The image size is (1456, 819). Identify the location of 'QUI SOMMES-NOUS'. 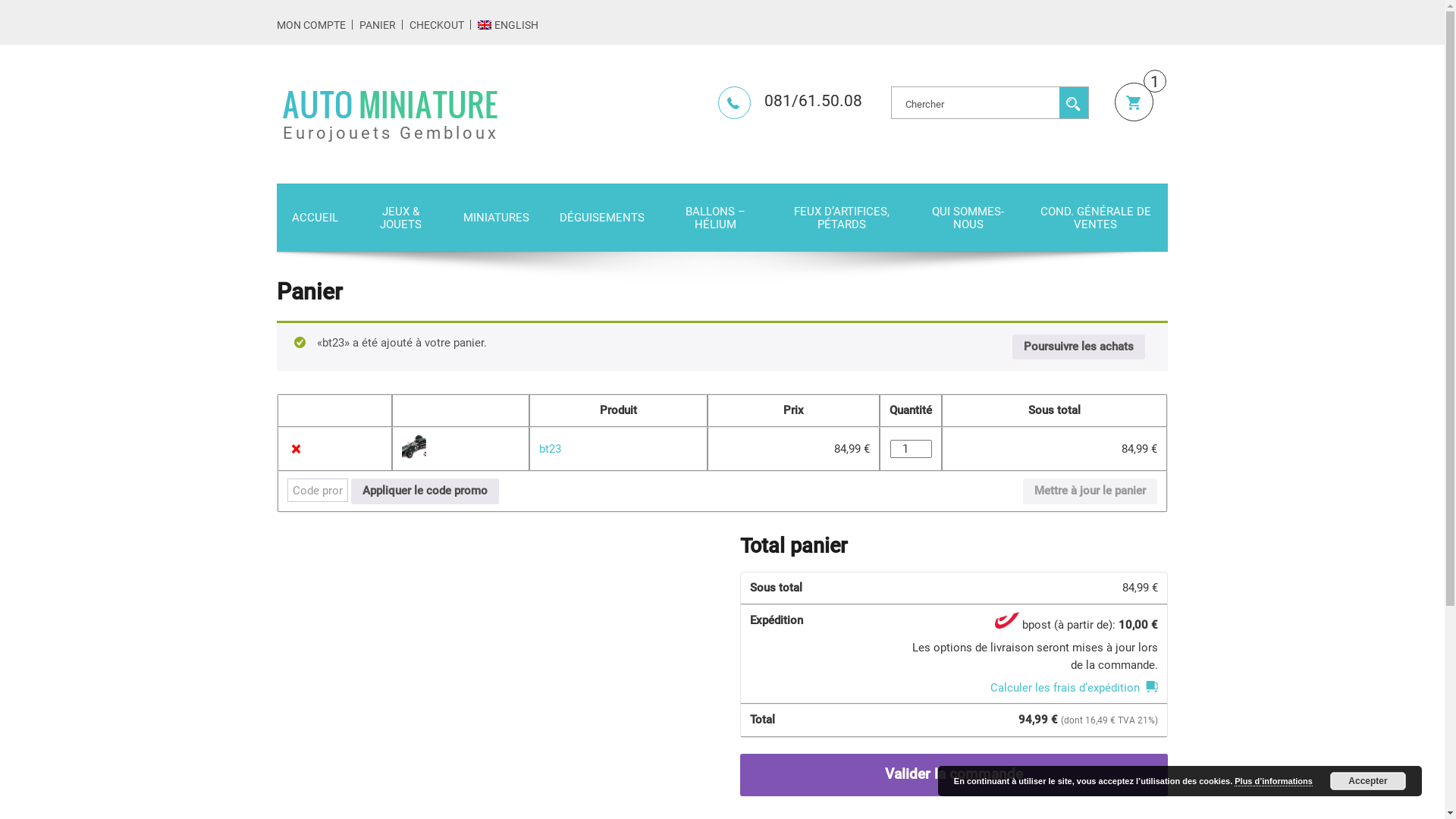
(967, 217).